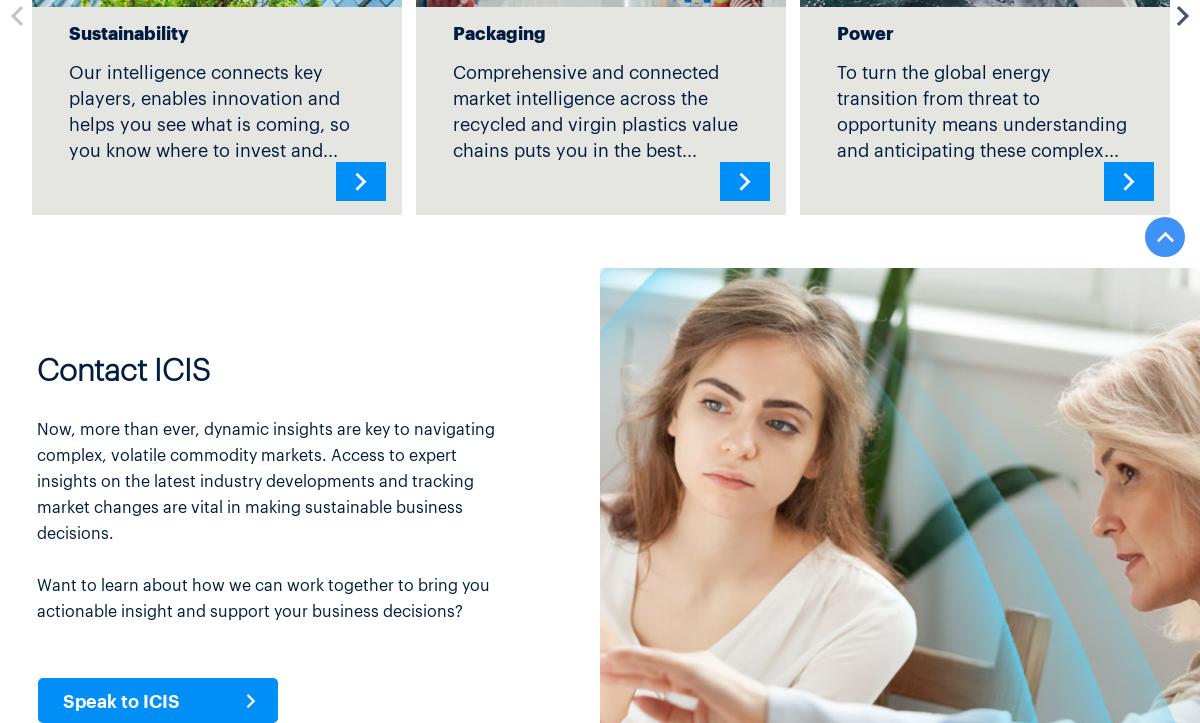 This screenshot has height=723, width=1200. I want to click on 'Our intelligence connects key players, enables innovation and helps you see what is coming, so you know where to invest and where to transform.', so click(208, 121).